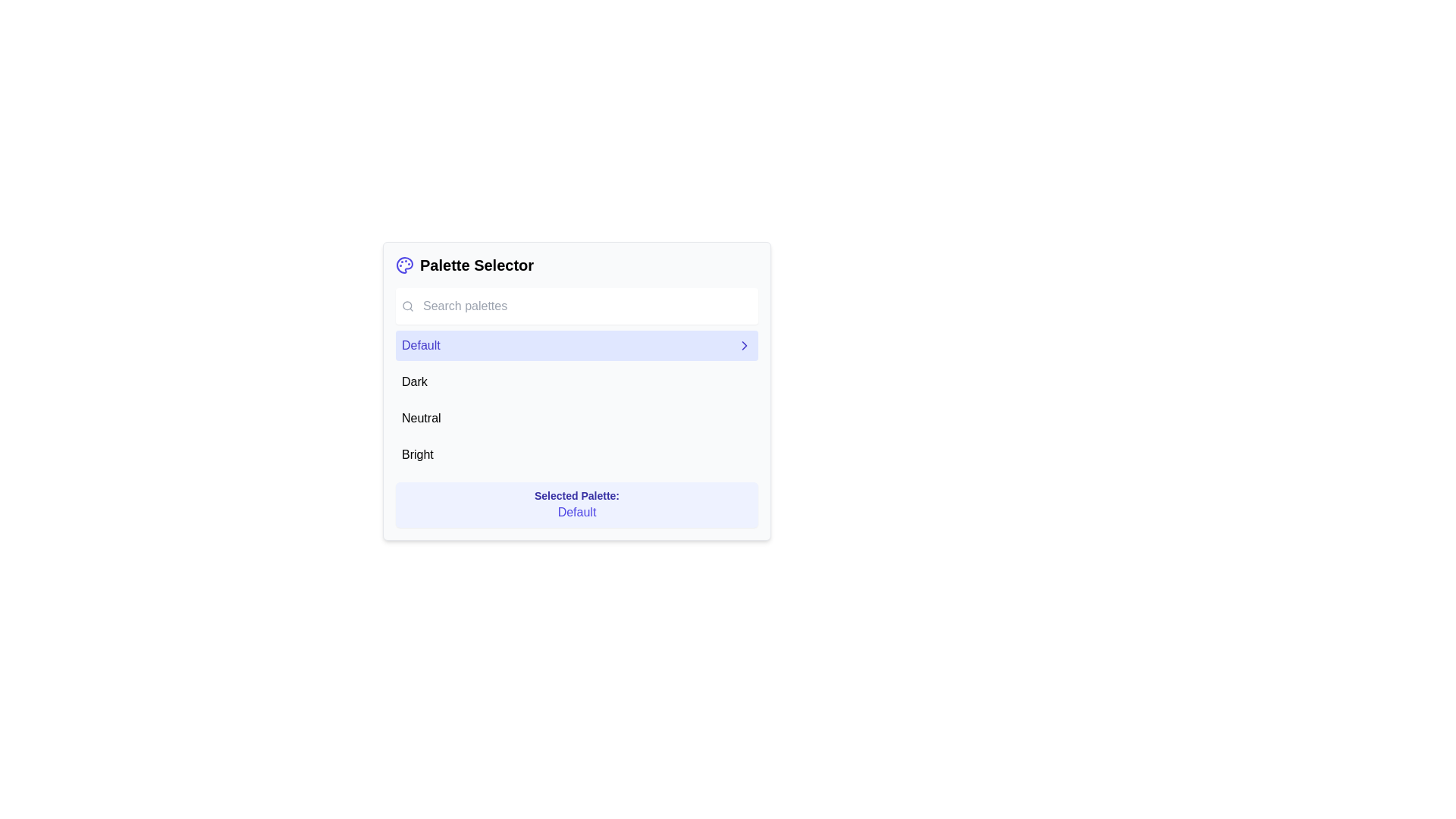  Describe the element at coordinates (576, 418) in the screenshot. I see `the 'Neutral' palette button, which is the third option in the vertically-stacked group within the 'Palette Selector' panel, located between the 'Dark' and 'Bright' options` at that location.